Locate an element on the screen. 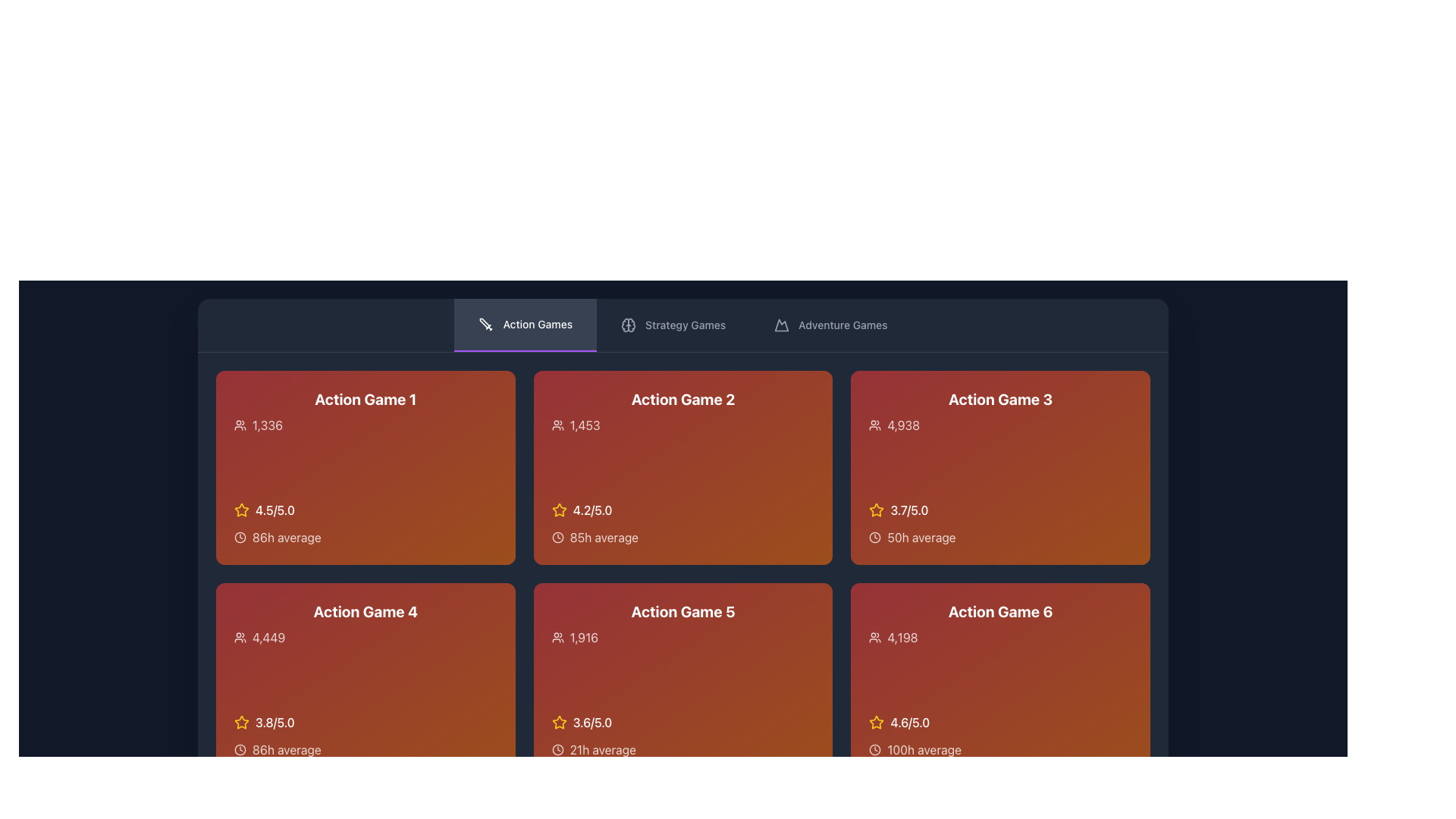  the outlined yellow star icon located in the third card of the game listing interface, which is positioned above the rating text '3.7/5.0' is located at coordinates (877, 510).